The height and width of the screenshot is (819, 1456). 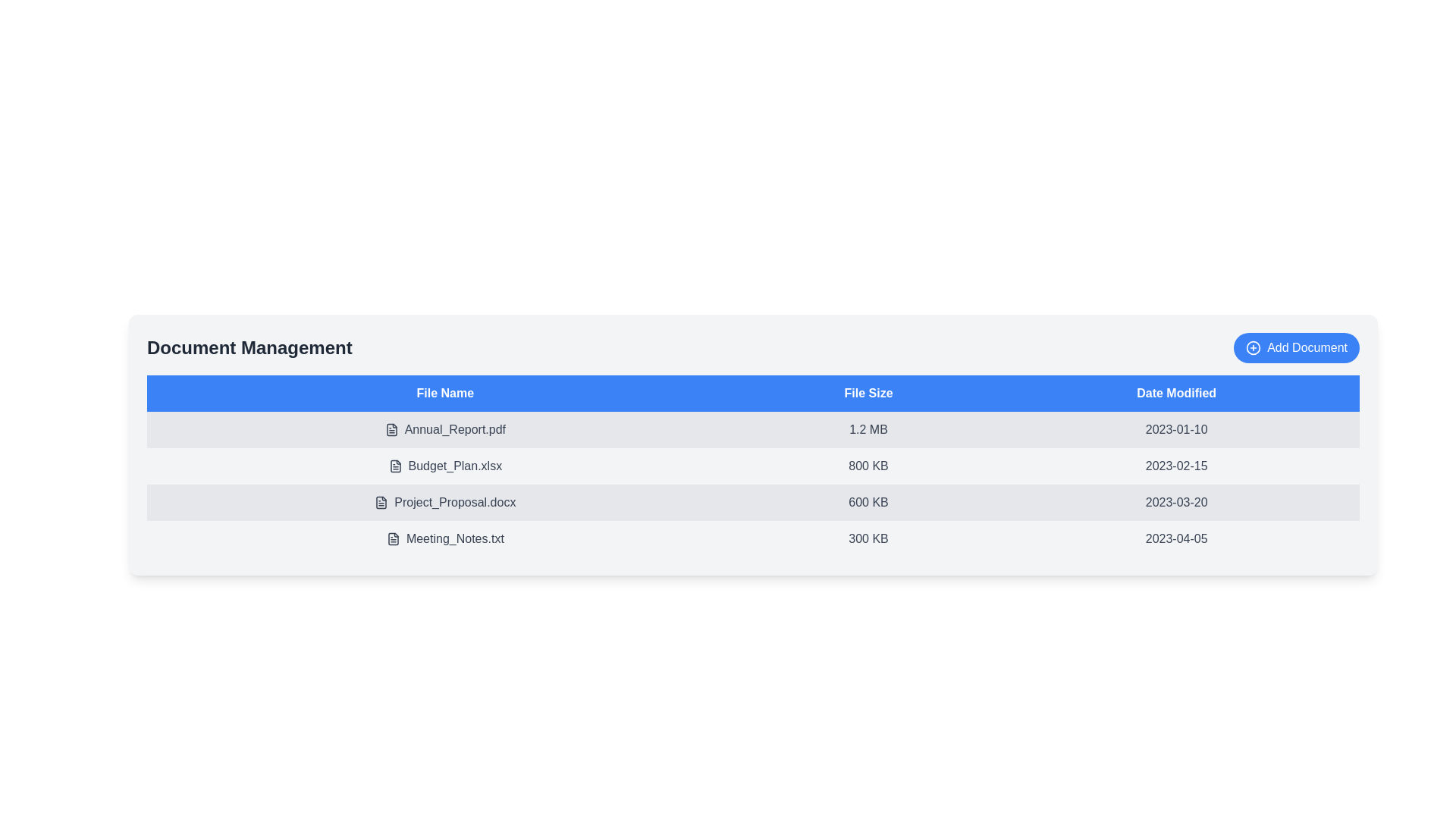 What do you see at coordinates (444, 393) in the screenshot?
I see `the table header File Name to sort the document list by that column` at bounding box center [444, 393].